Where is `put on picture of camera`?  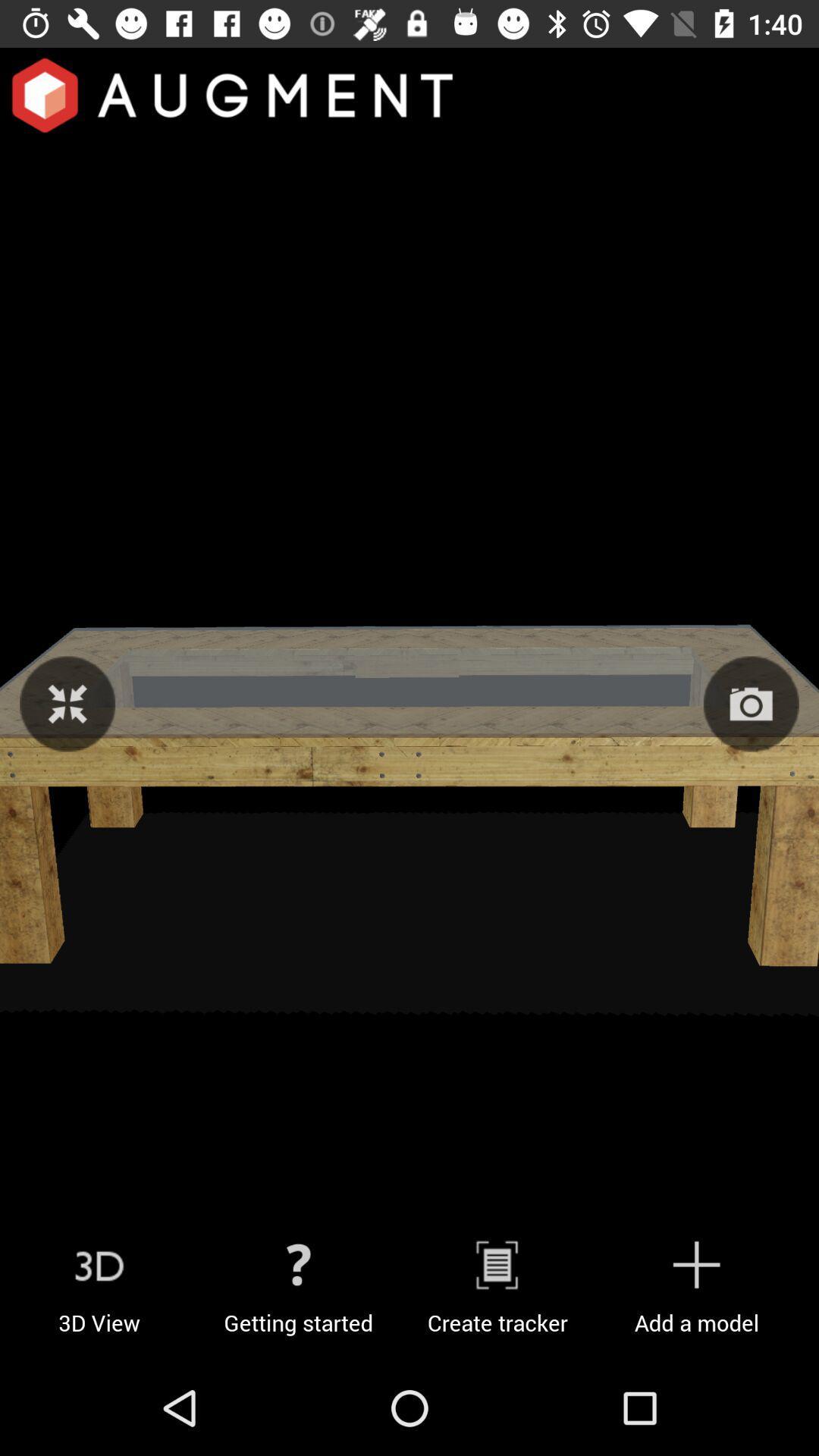
put on picture of camera is located at coordinates (751, 703).